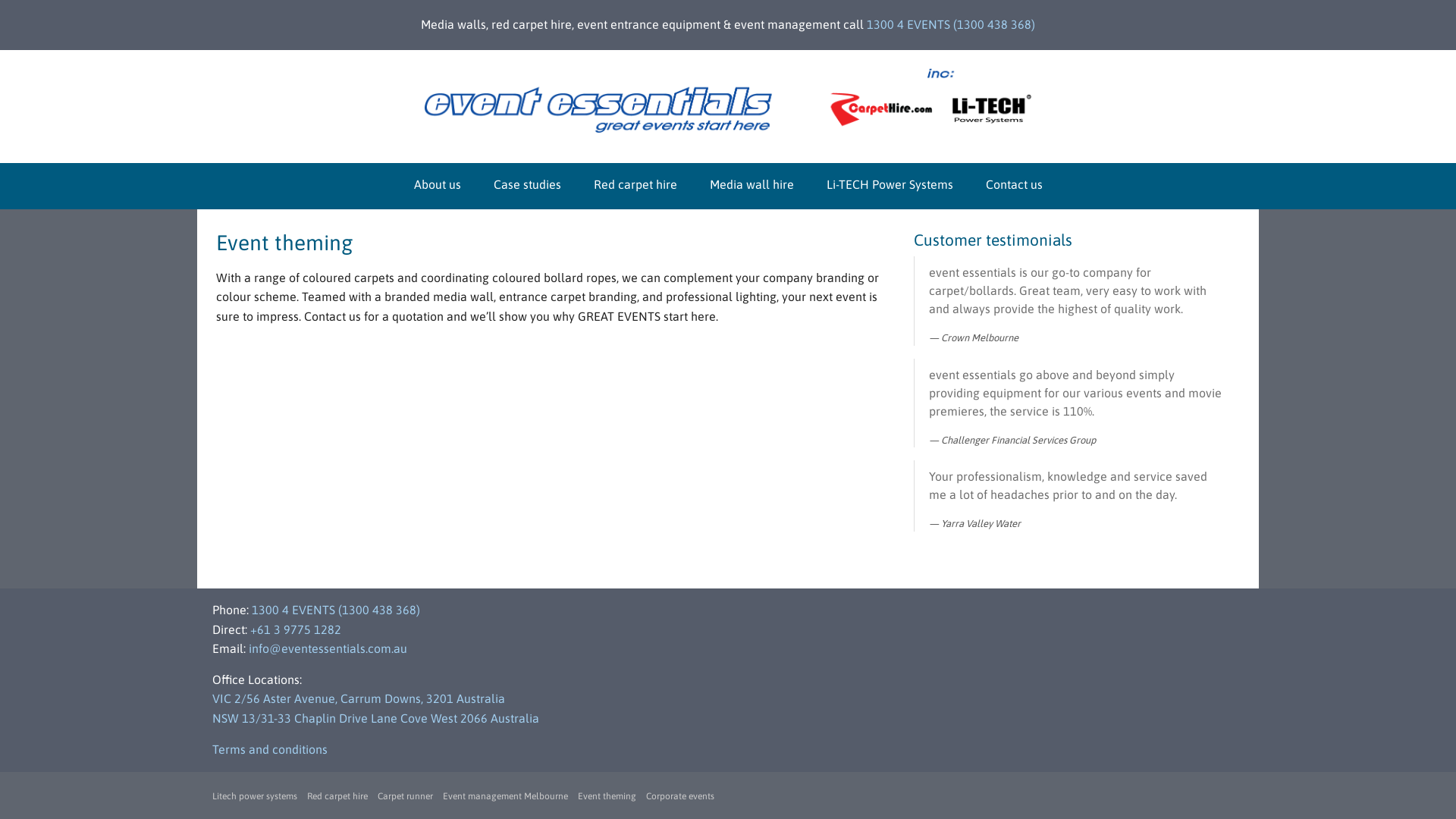  I want to click on 'Li-TECH Power Systems', so click(890, 184).